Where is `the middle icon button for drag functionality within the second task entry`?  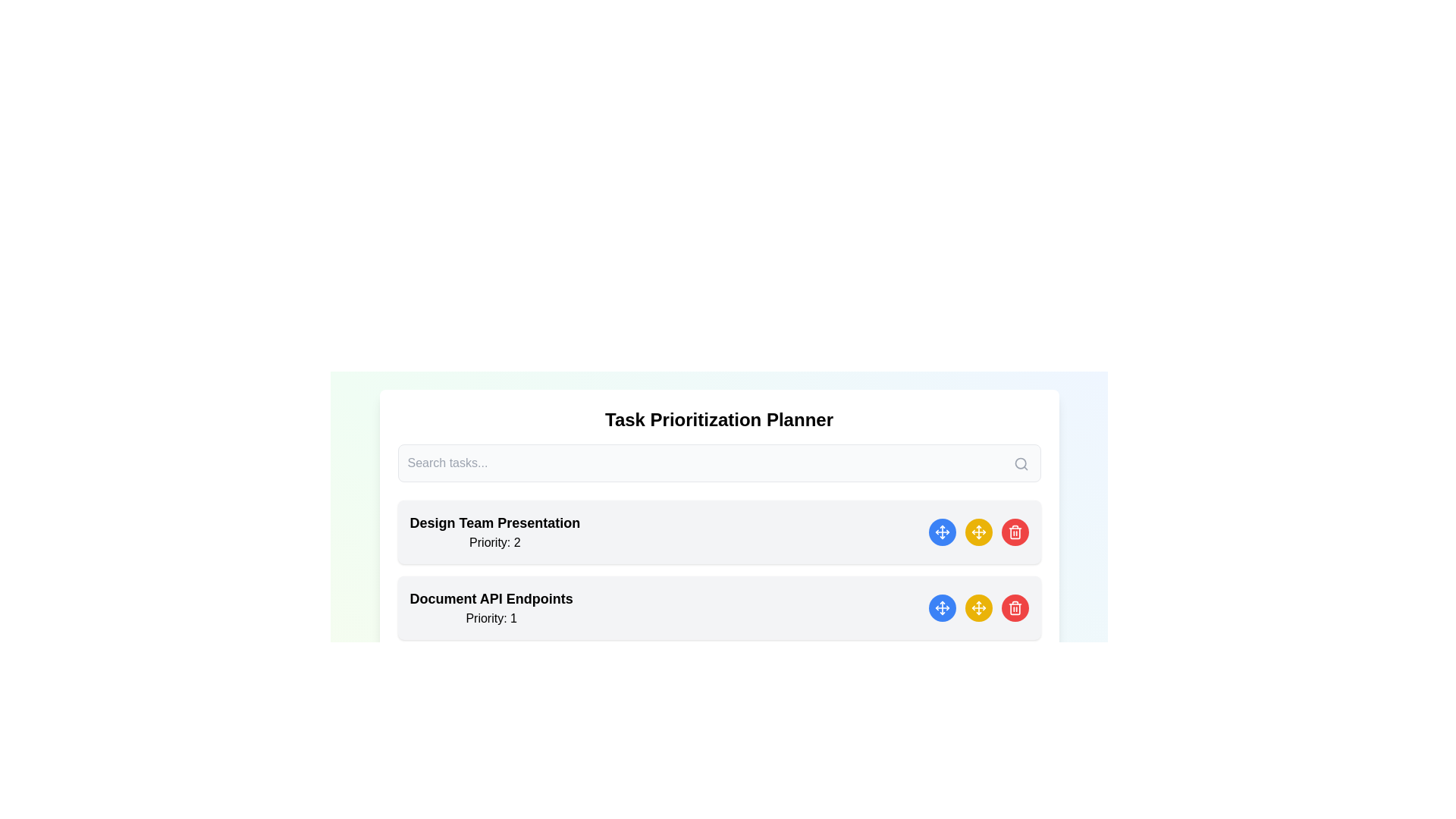
the middle icon button for drag functionality within the second task entry is located at coordinates (978, 607).